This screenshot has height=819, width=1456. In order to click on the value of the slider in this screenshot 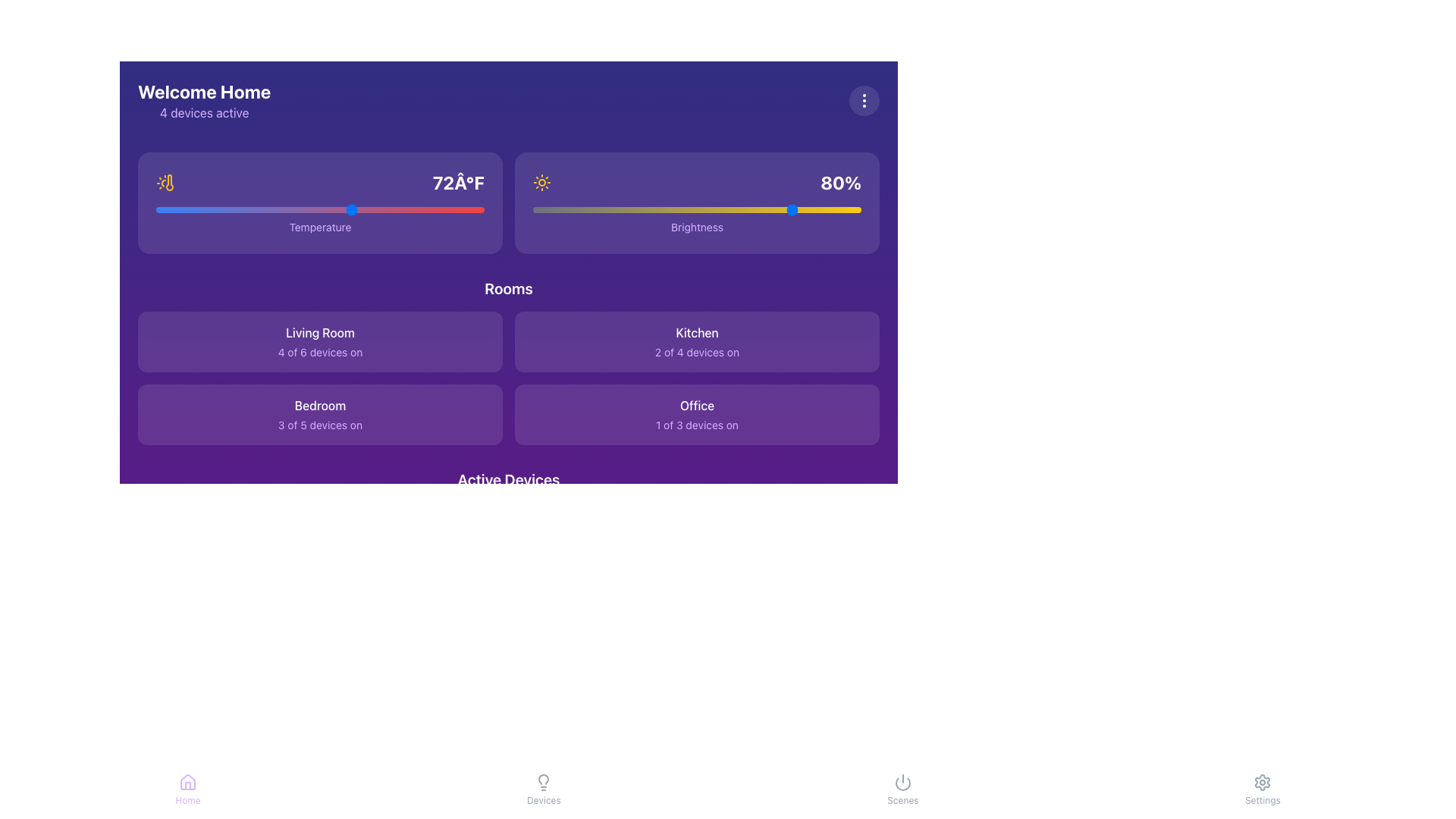, I will do `click(336, 210)`.